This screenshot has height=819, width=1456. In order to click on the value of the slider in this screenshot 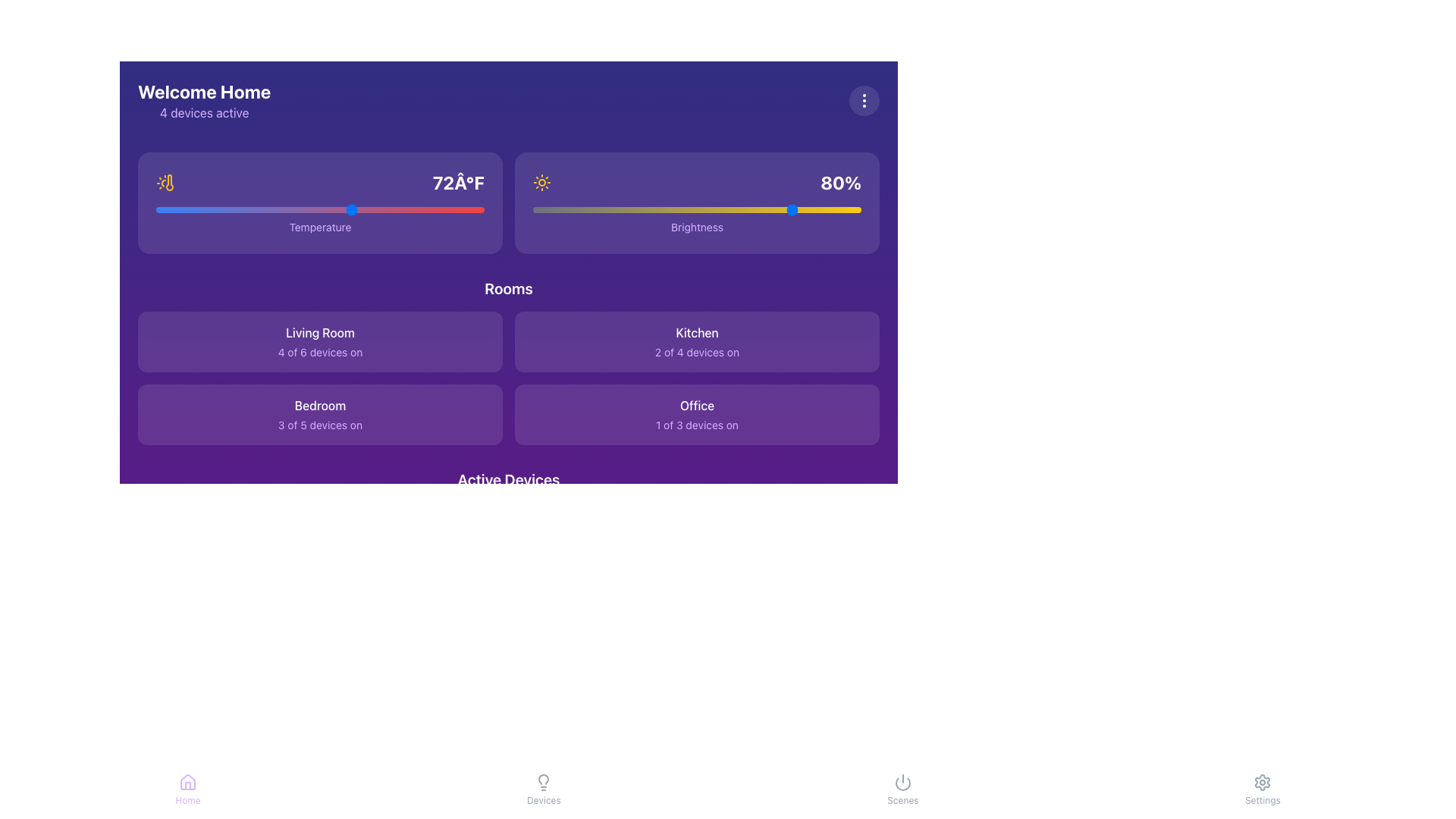, I will do `click(336, 210)`.